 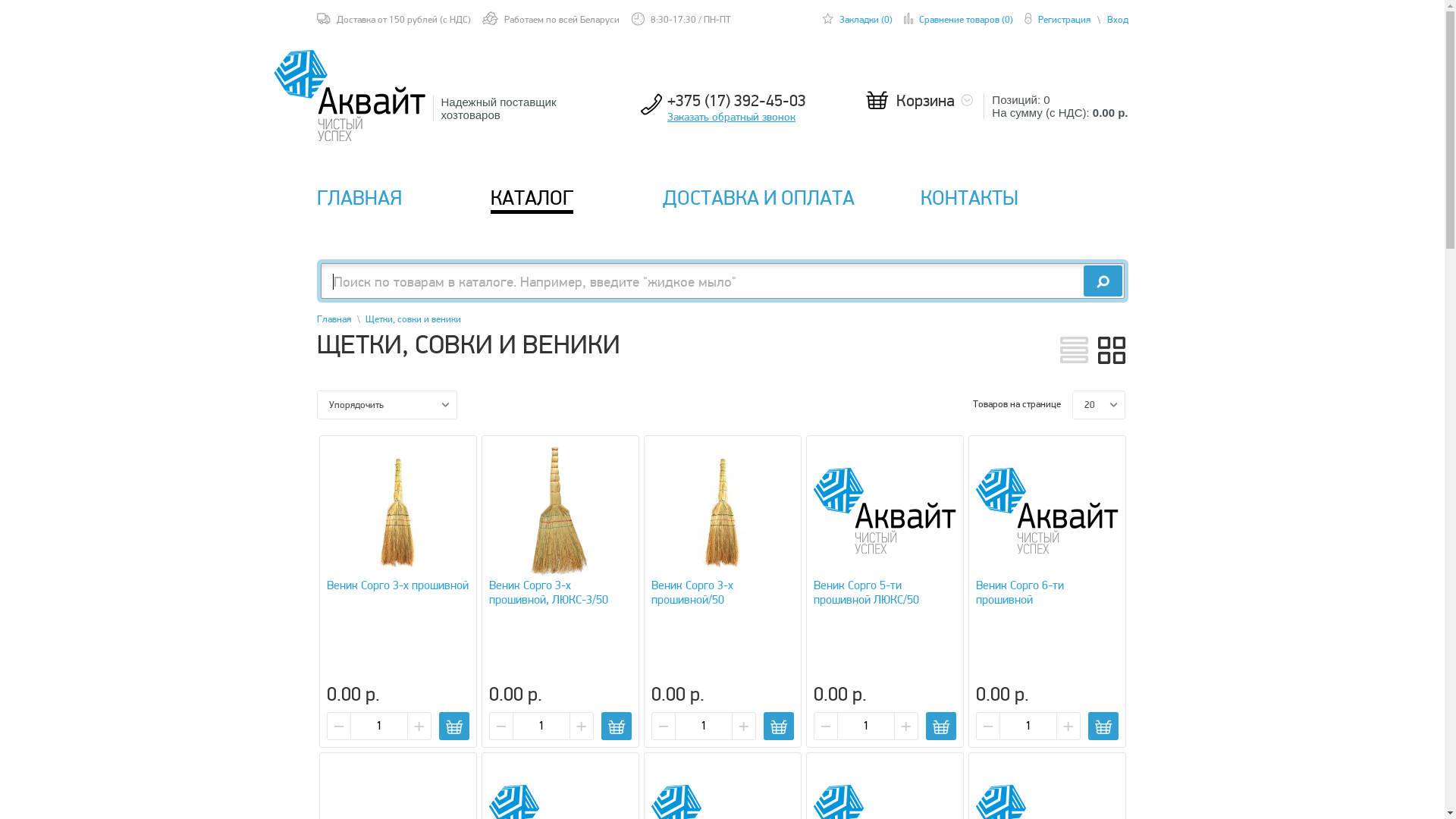 I want to click on '20', so click(x=1099, y=403).